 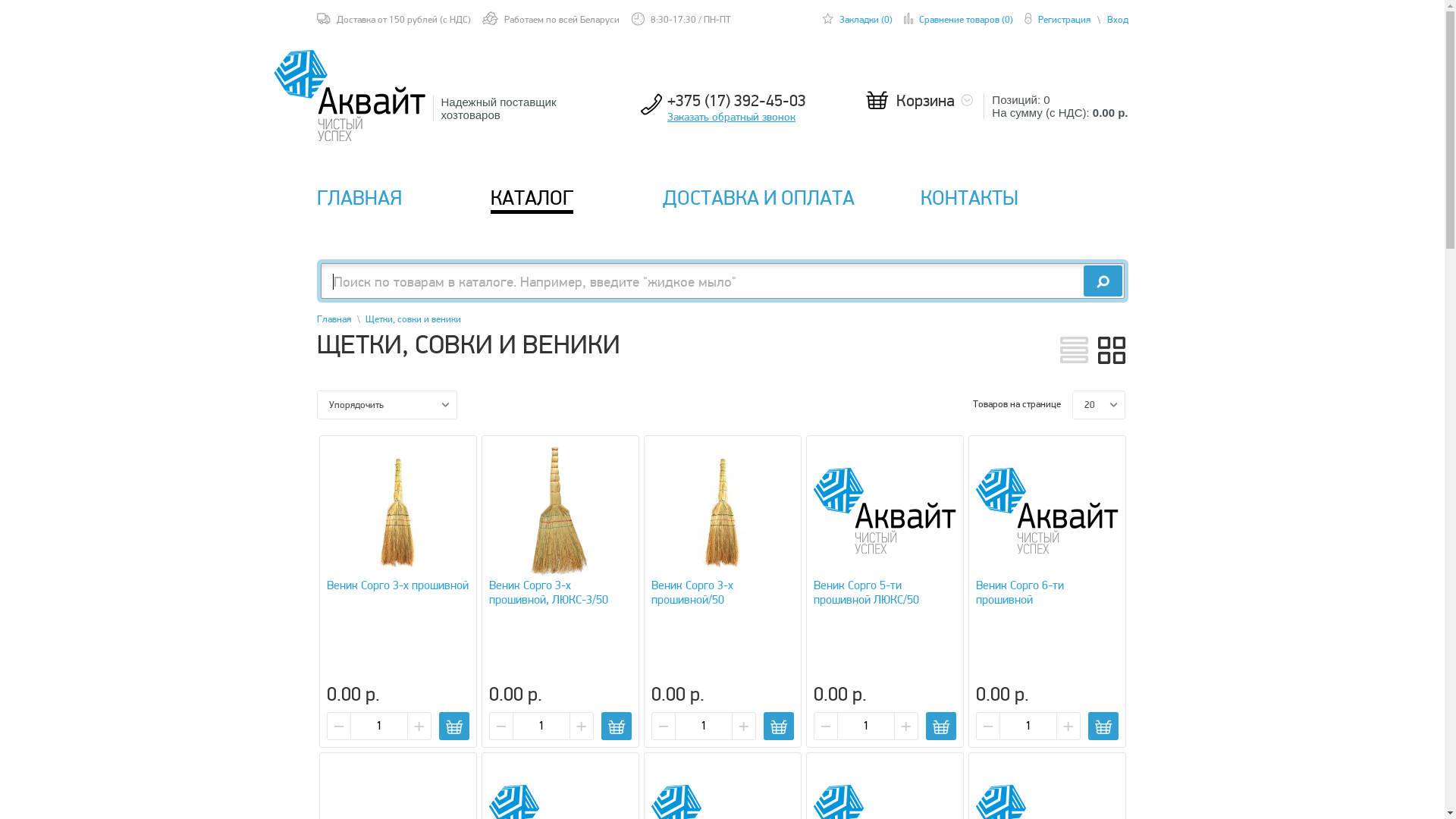 I want to click on '20', so click(x=1099, y=403).